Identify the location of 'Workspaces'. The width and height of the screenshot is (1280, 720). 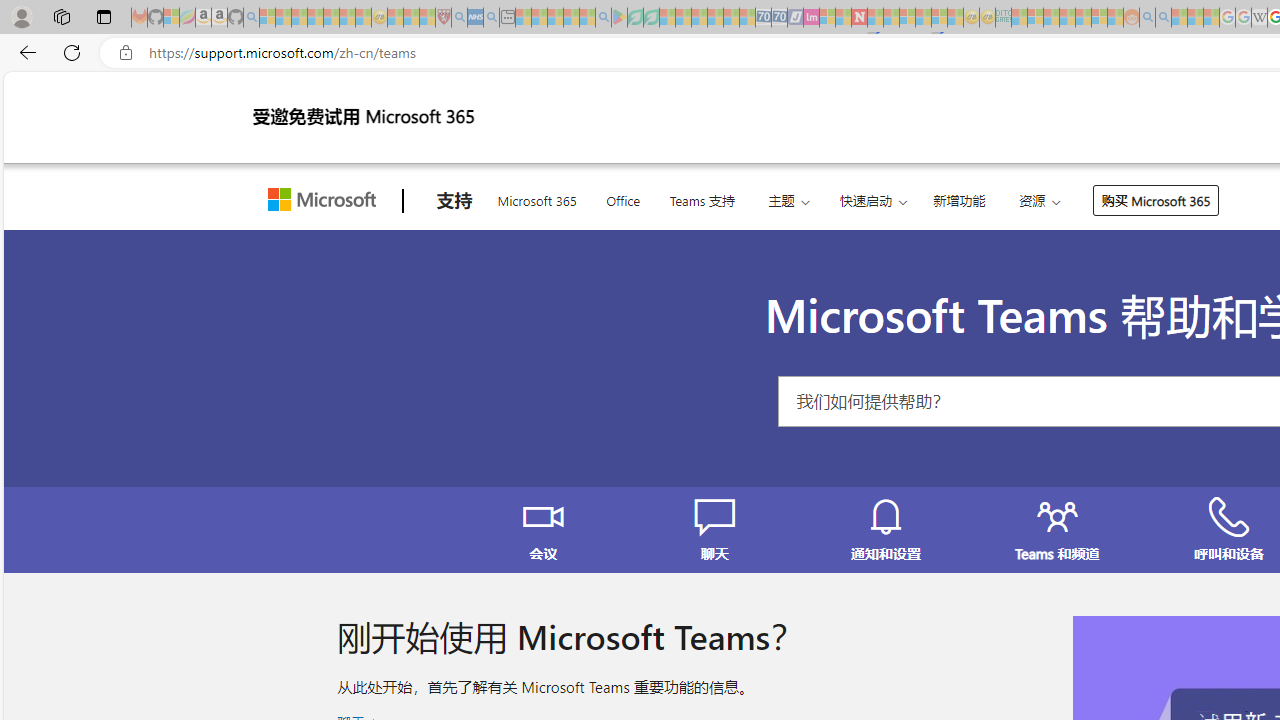
(61, 16).